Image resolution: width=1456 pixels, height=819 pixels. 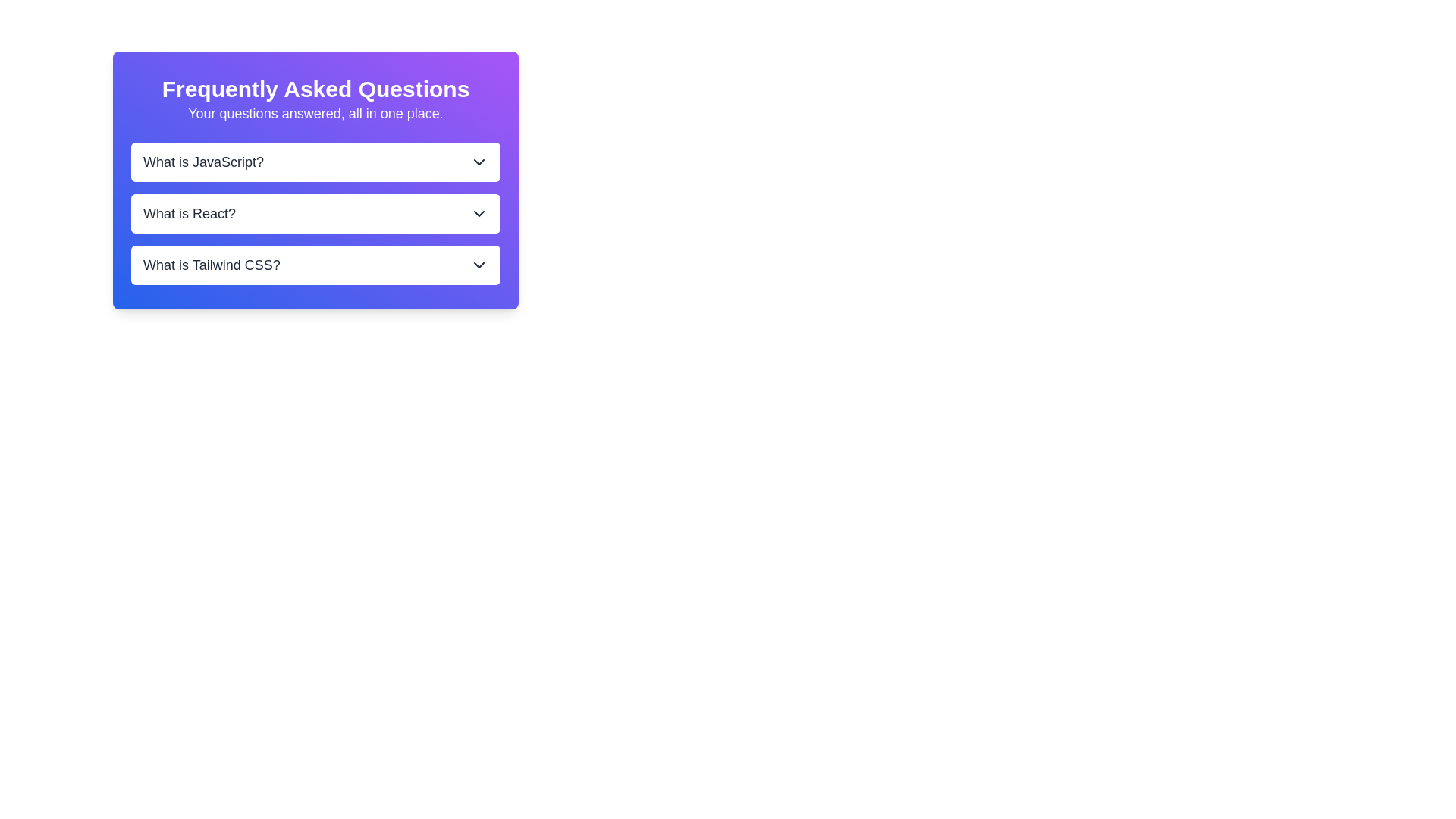 I want to click on the heading for the Frequently Asked Questions section, which provides an introductory label above the text 'Your questions answered, all in one place.', so click(x=315, y=89).